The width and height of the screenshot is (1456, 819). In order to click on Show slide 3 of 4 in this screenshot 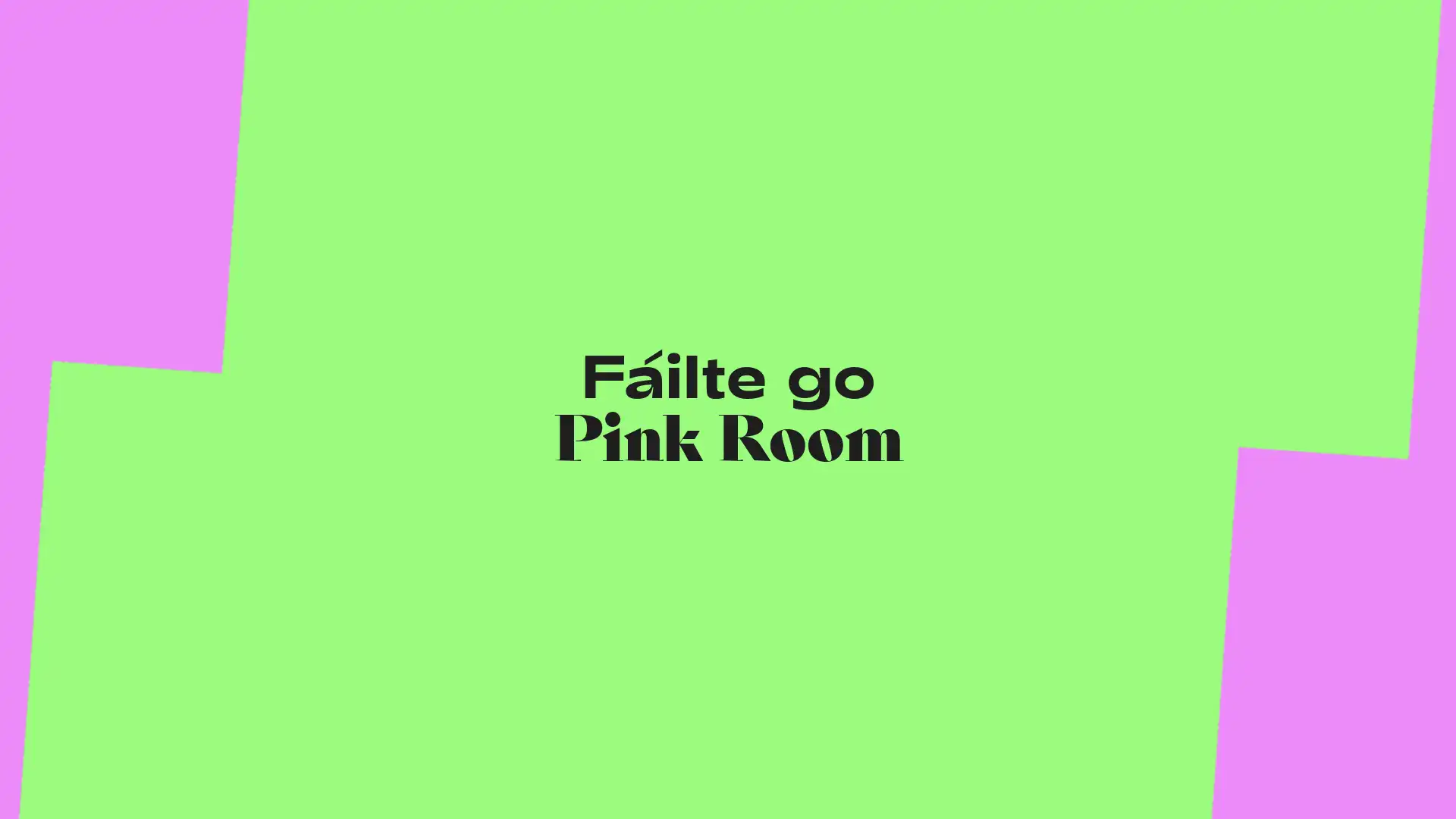, I will do `click(564, 400)`.